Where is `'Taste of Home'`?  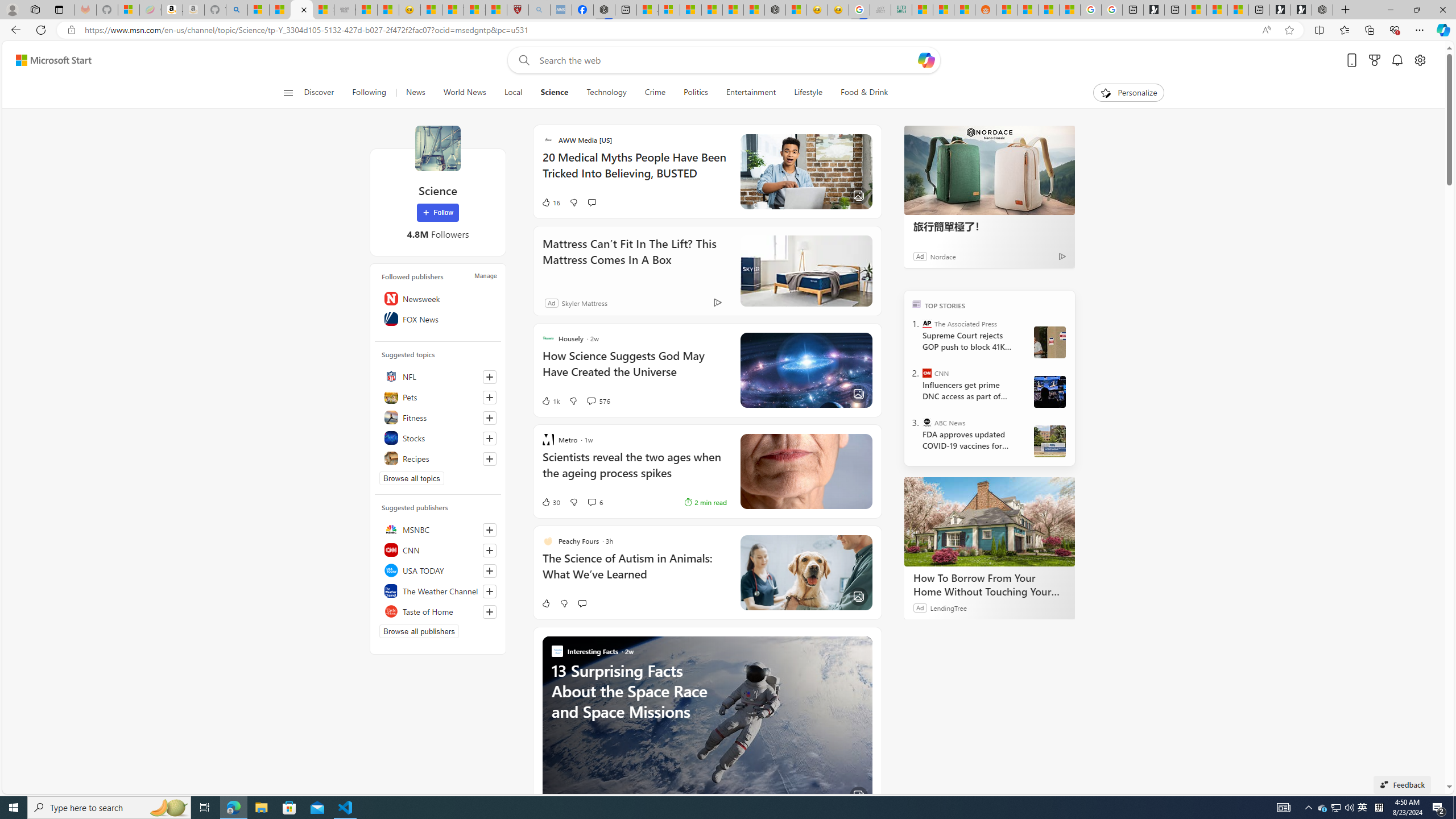 'Taste of Home' is located at coordinates (438, 610).